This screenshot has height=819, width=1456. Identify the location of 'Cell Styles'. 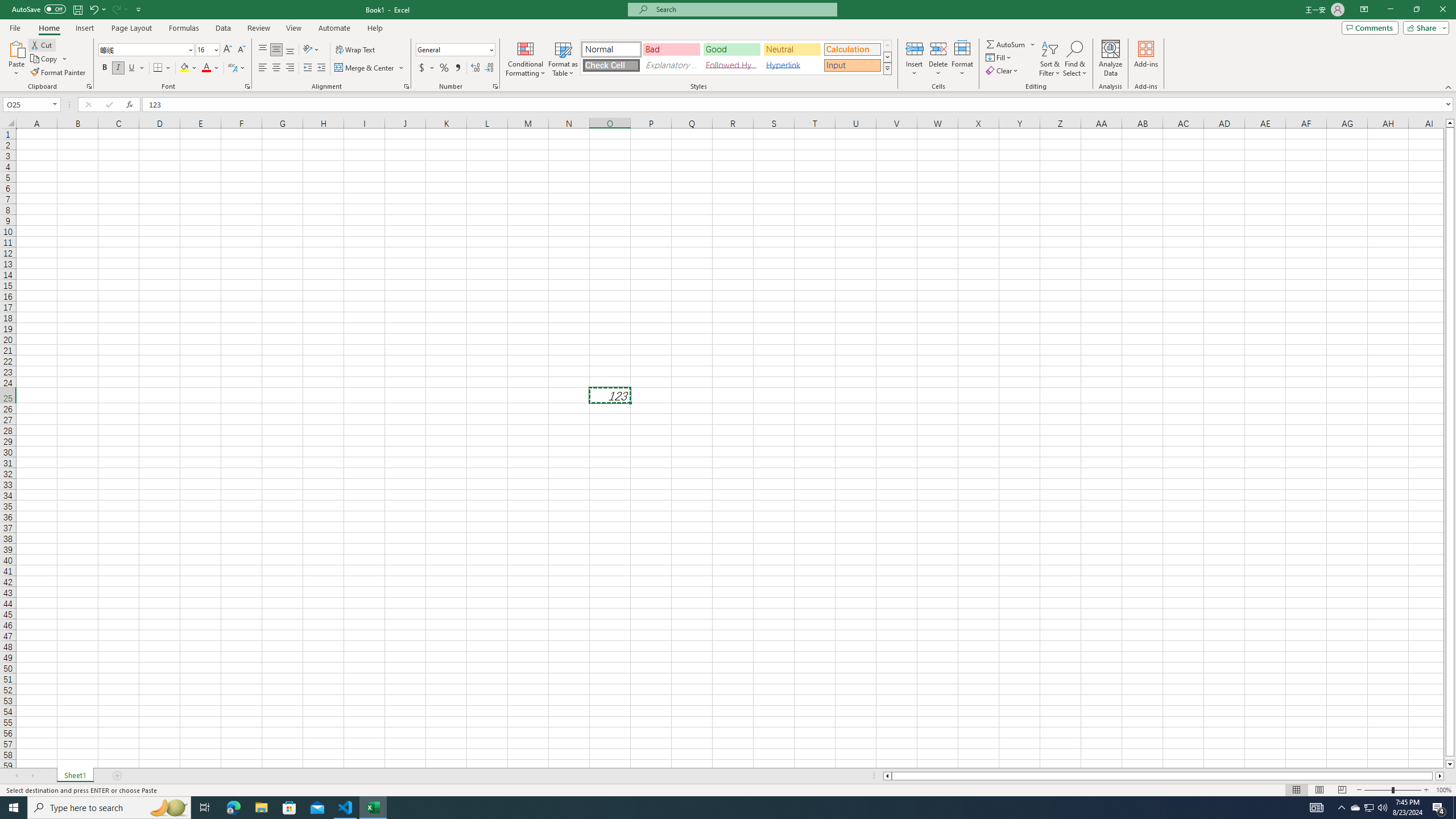
(887, 68).